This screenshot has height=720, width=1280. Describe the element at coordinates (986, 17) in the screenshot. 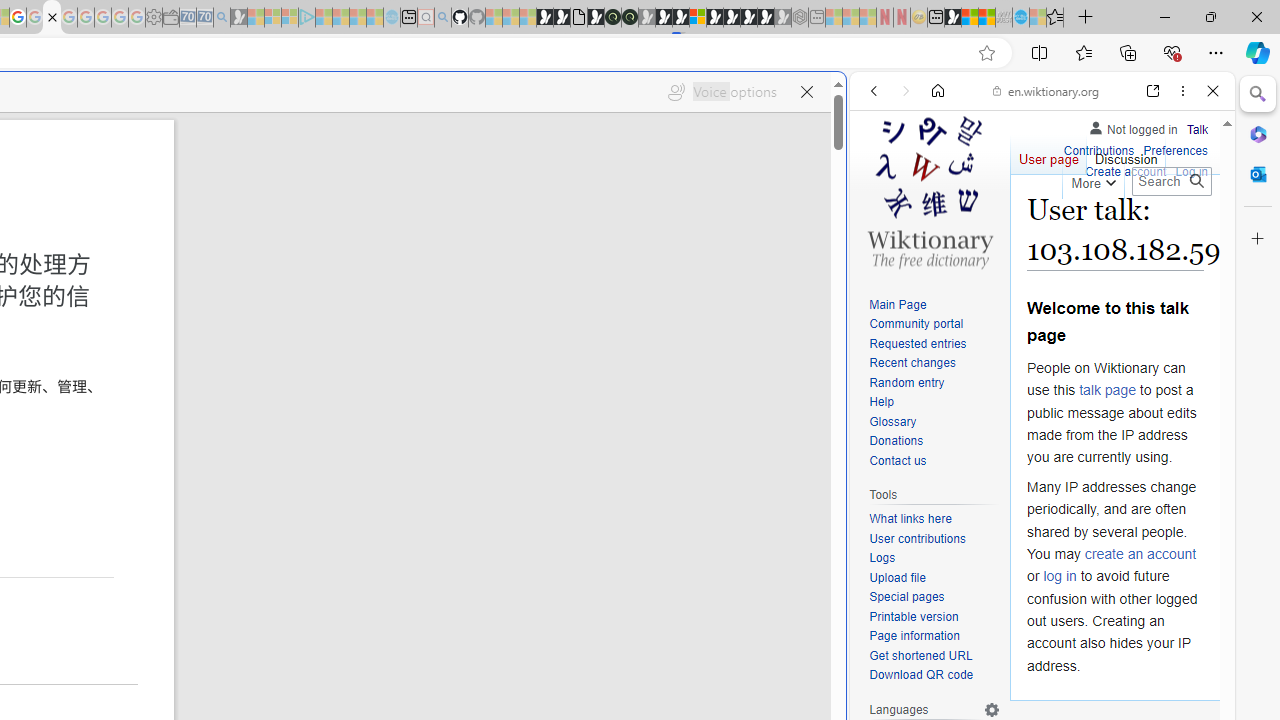

I see `'Earth has six continents not seven, radical new study claims'` at that location.